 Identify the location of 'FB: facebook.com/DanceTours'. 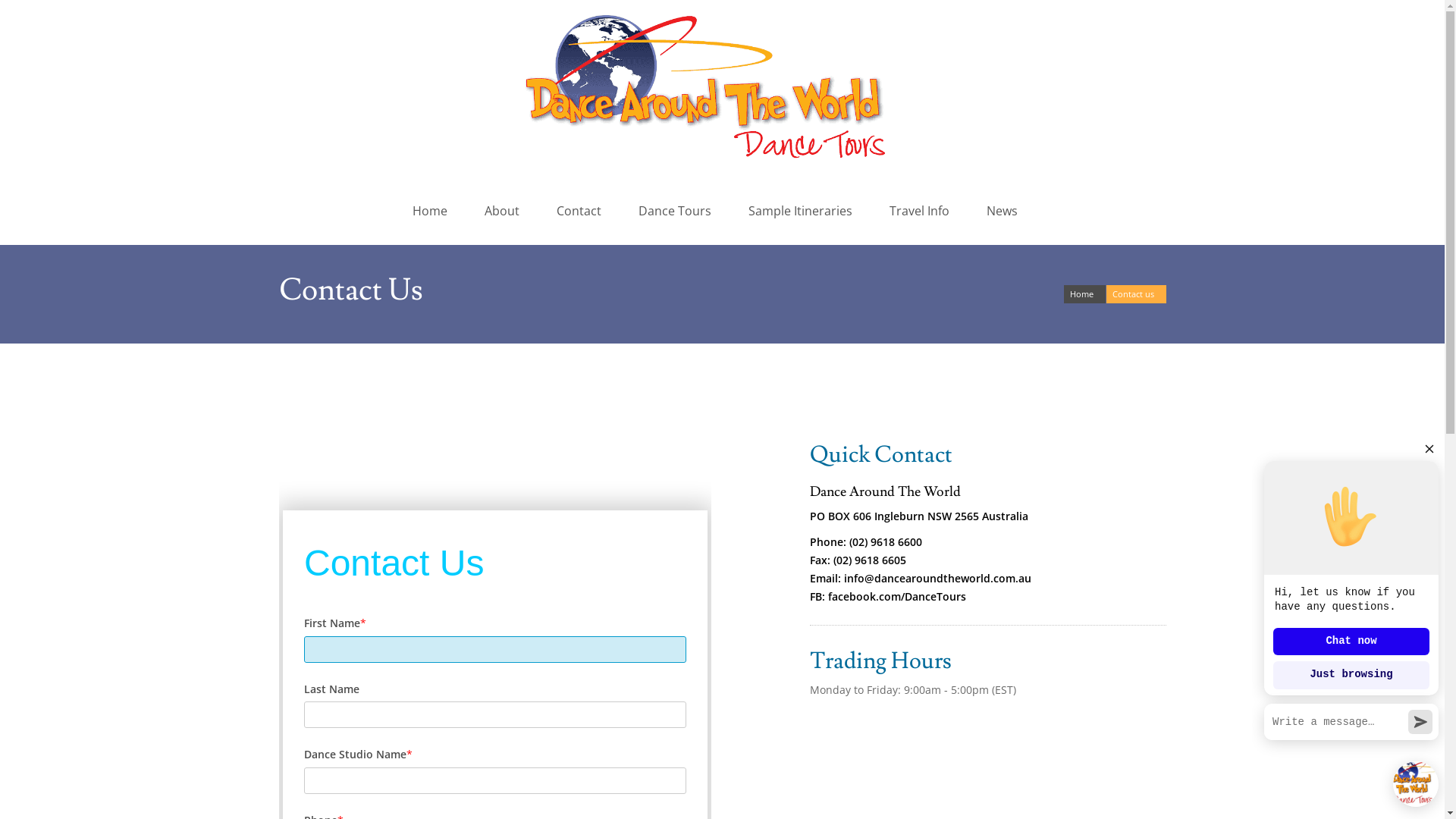
(888, 595).